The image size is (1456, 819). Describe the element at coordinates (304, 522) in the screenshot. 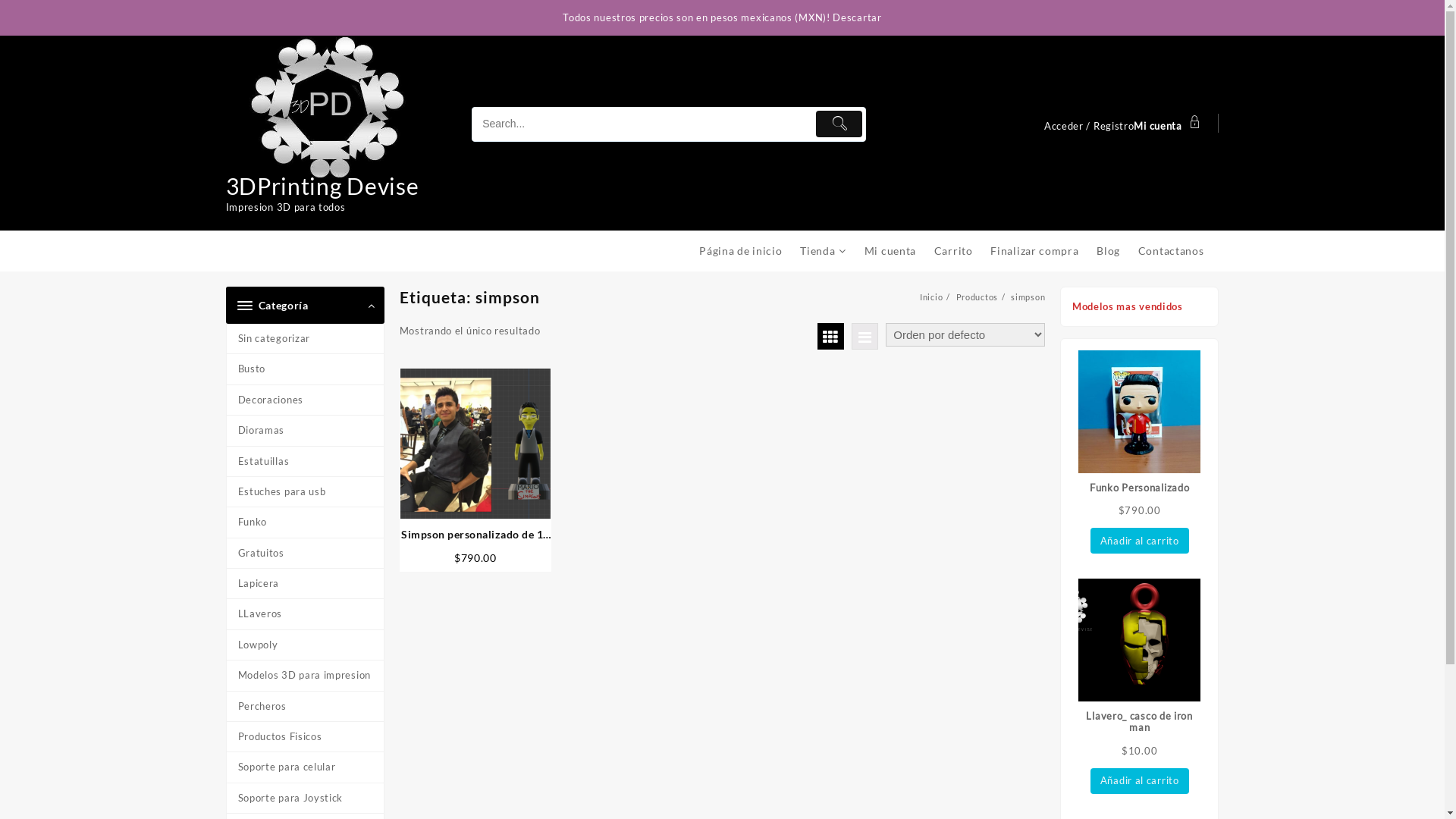

I see `'Funko'` at that location.